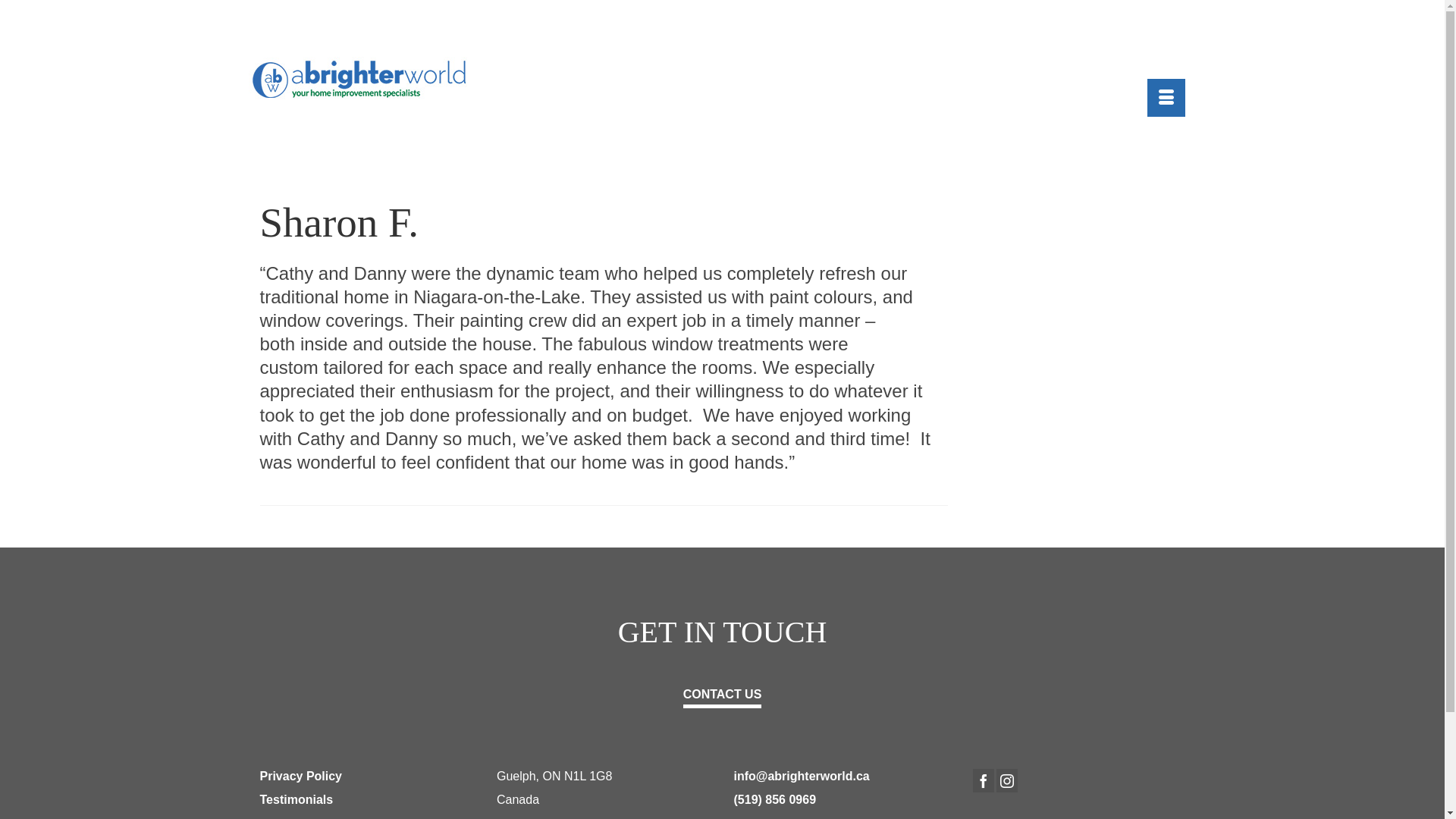 This screenshot has height=819, width=1456. What do you see at coordinates (367, 79) in the screenshot?
I see `'A Brighter World'` at bounding box center [367, 79].